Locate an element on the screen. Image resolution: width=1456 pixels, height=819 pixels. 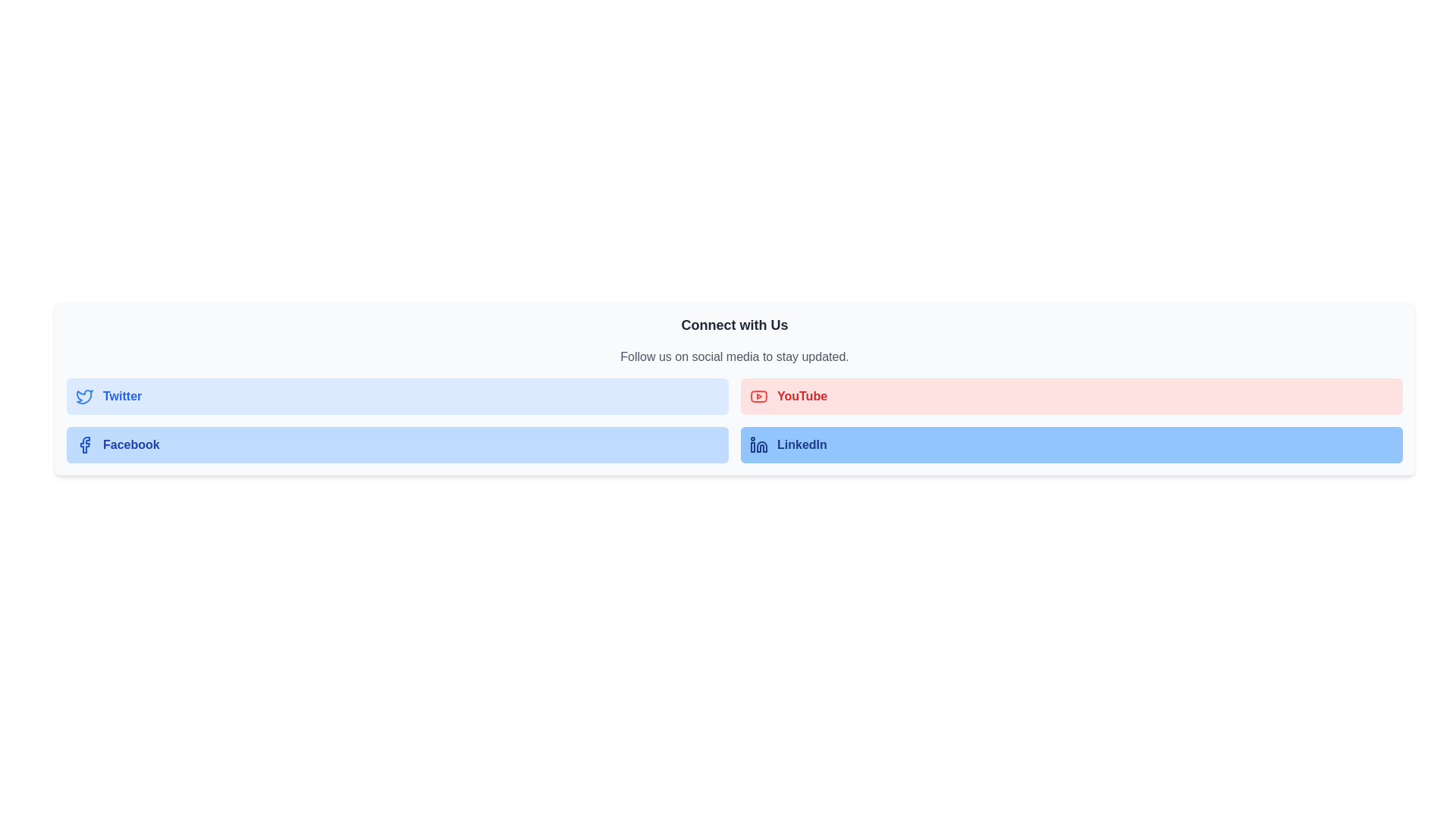
the stylized curve of the LinkedIn icon located in the bottom-right corner of the 'LinkedIn' row is located at coordinates (761, 446).